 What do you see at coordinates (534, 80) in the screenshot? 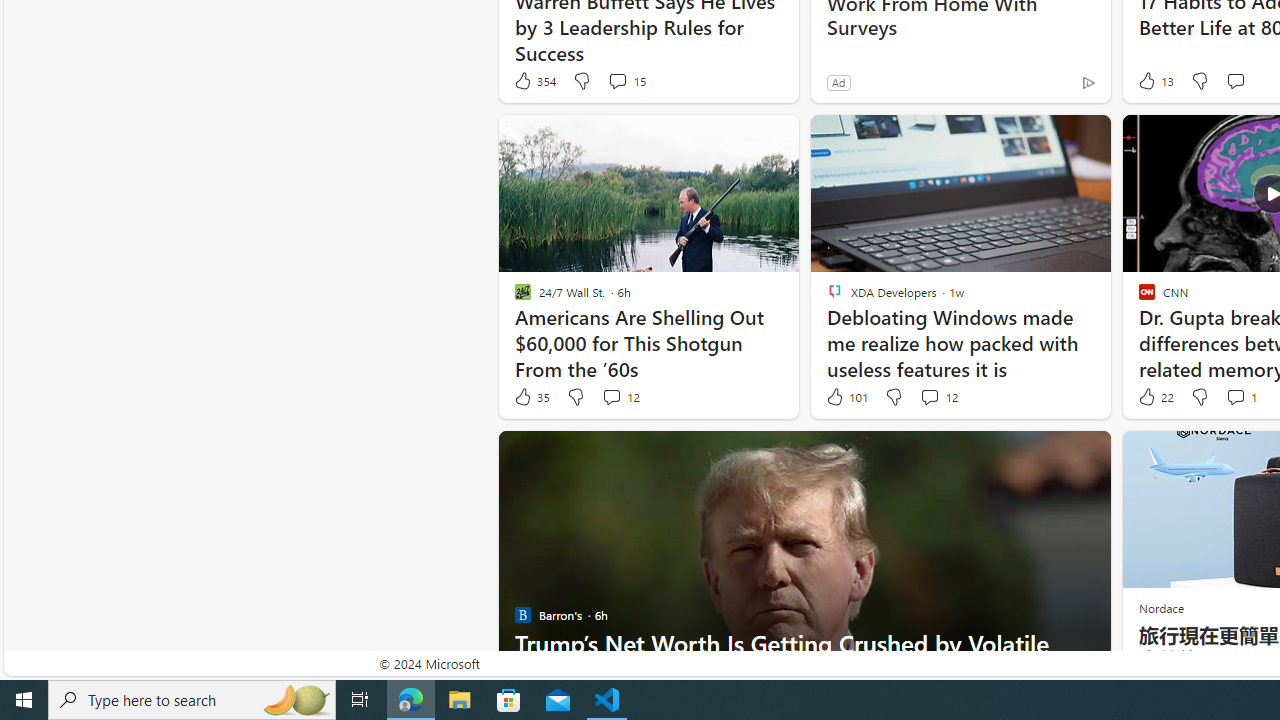
I see `'354 Like'` at bounding box center [534, 80].